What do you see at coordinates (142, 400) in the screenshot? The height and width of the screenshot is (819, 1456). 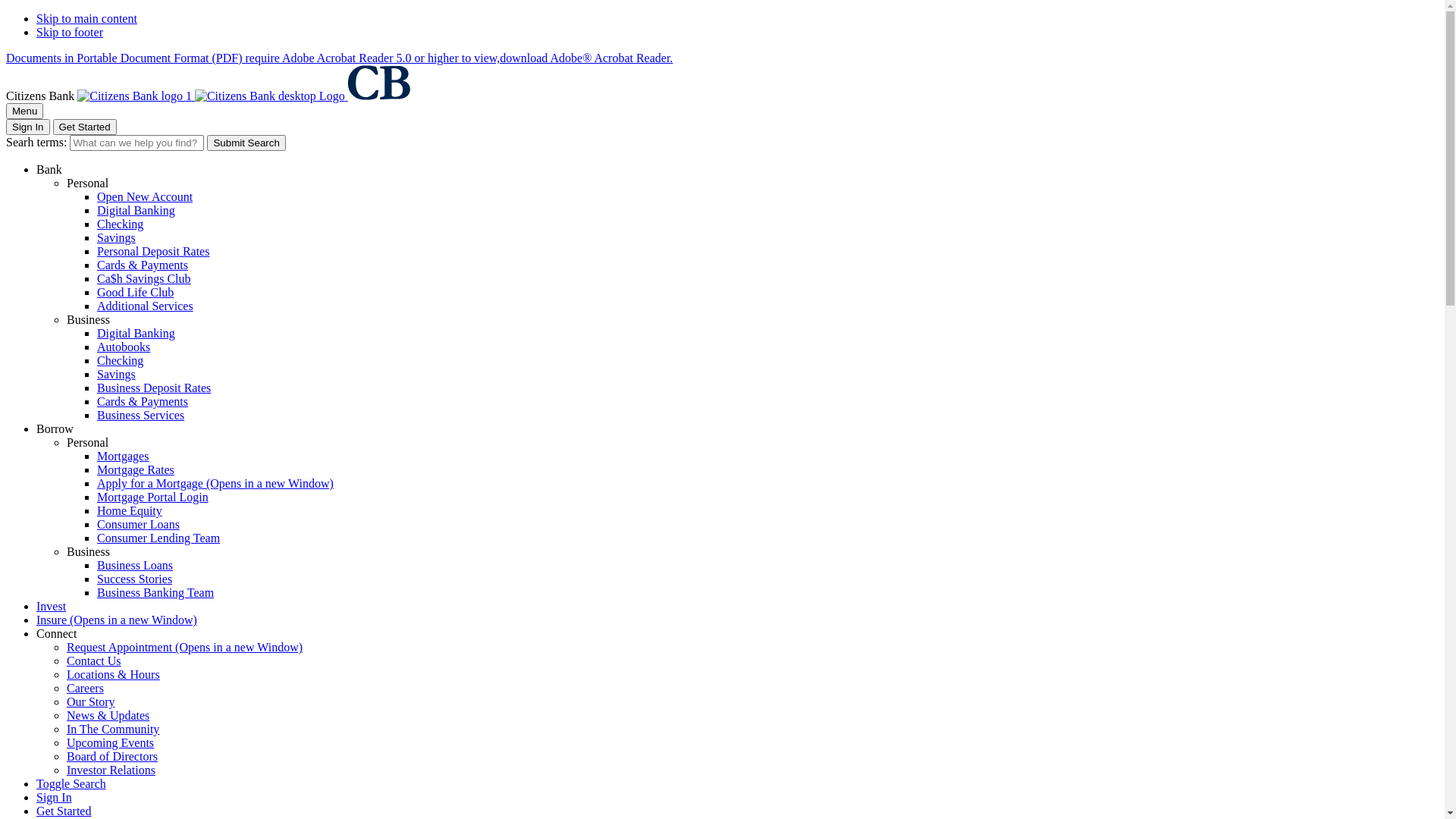 I see `'Cards & Payments'` at bounding box center [142, 400].